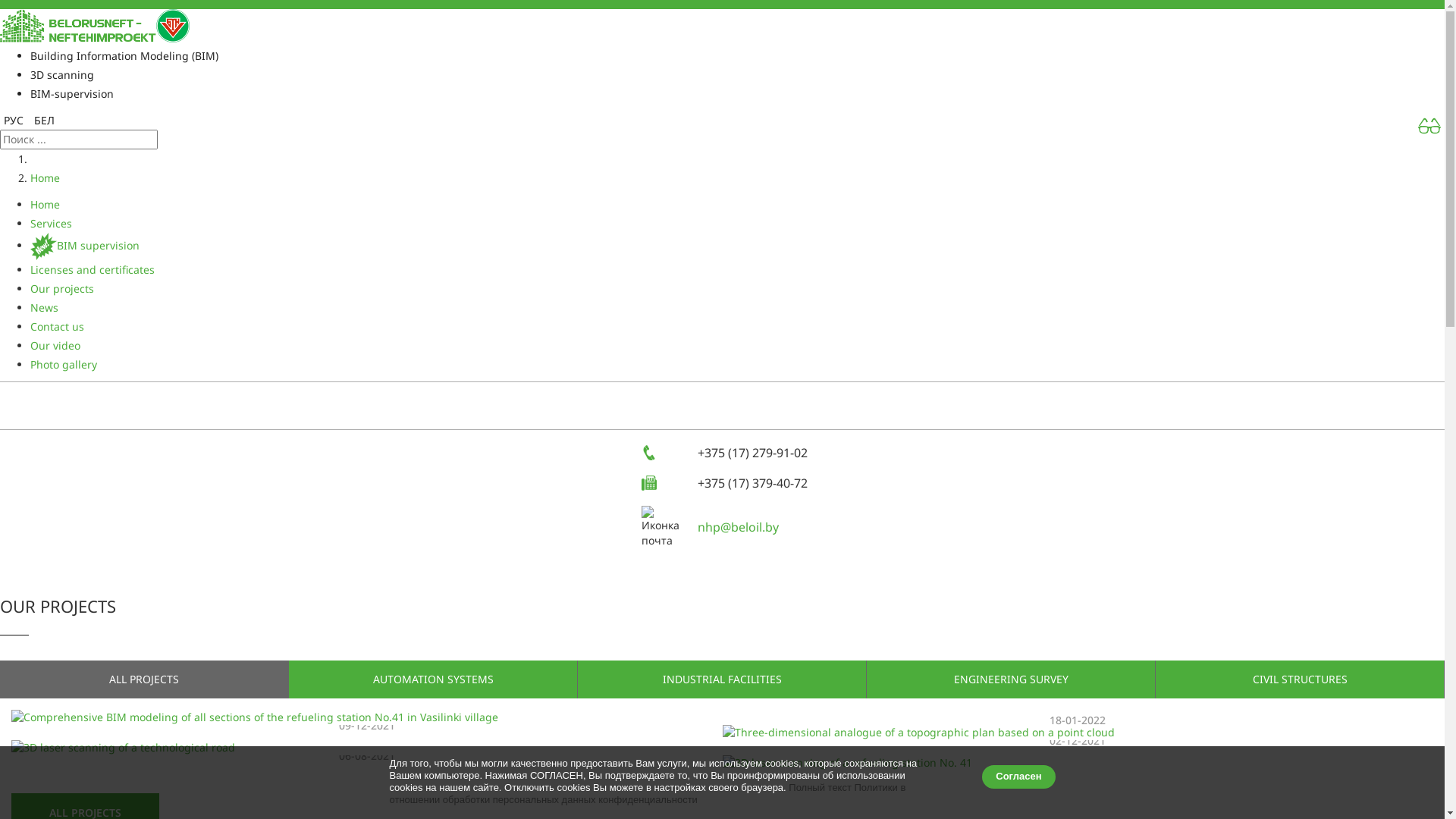 The image size is (1456, 819). I want to click on 'Building Information Modeling (BIM)', so click(124, 55).